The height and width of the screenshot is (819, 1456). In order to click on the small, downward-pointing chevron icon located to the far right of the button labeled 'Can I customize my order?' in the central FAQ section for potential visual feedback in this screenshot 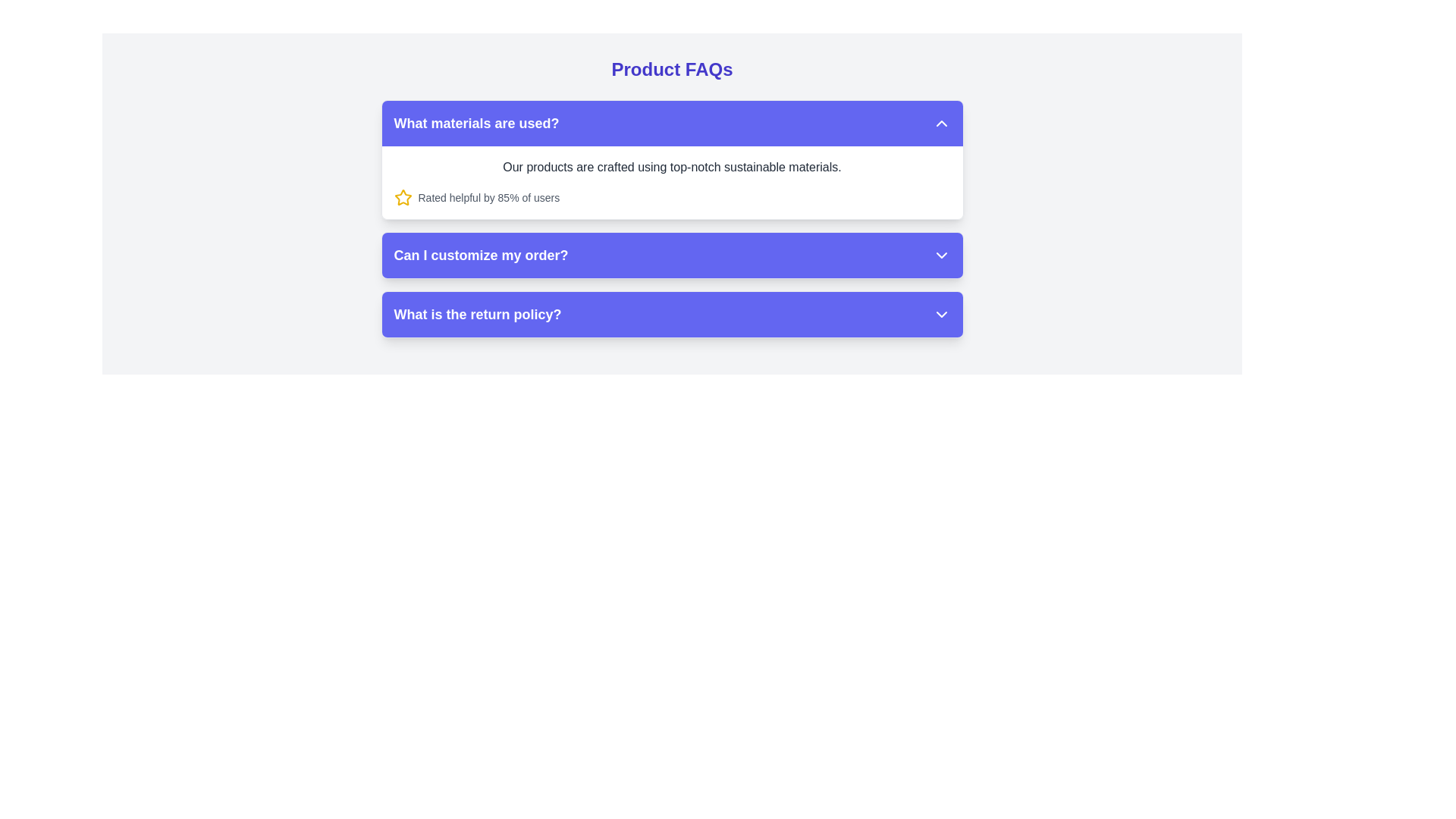, I will do `click(940, 254)`.